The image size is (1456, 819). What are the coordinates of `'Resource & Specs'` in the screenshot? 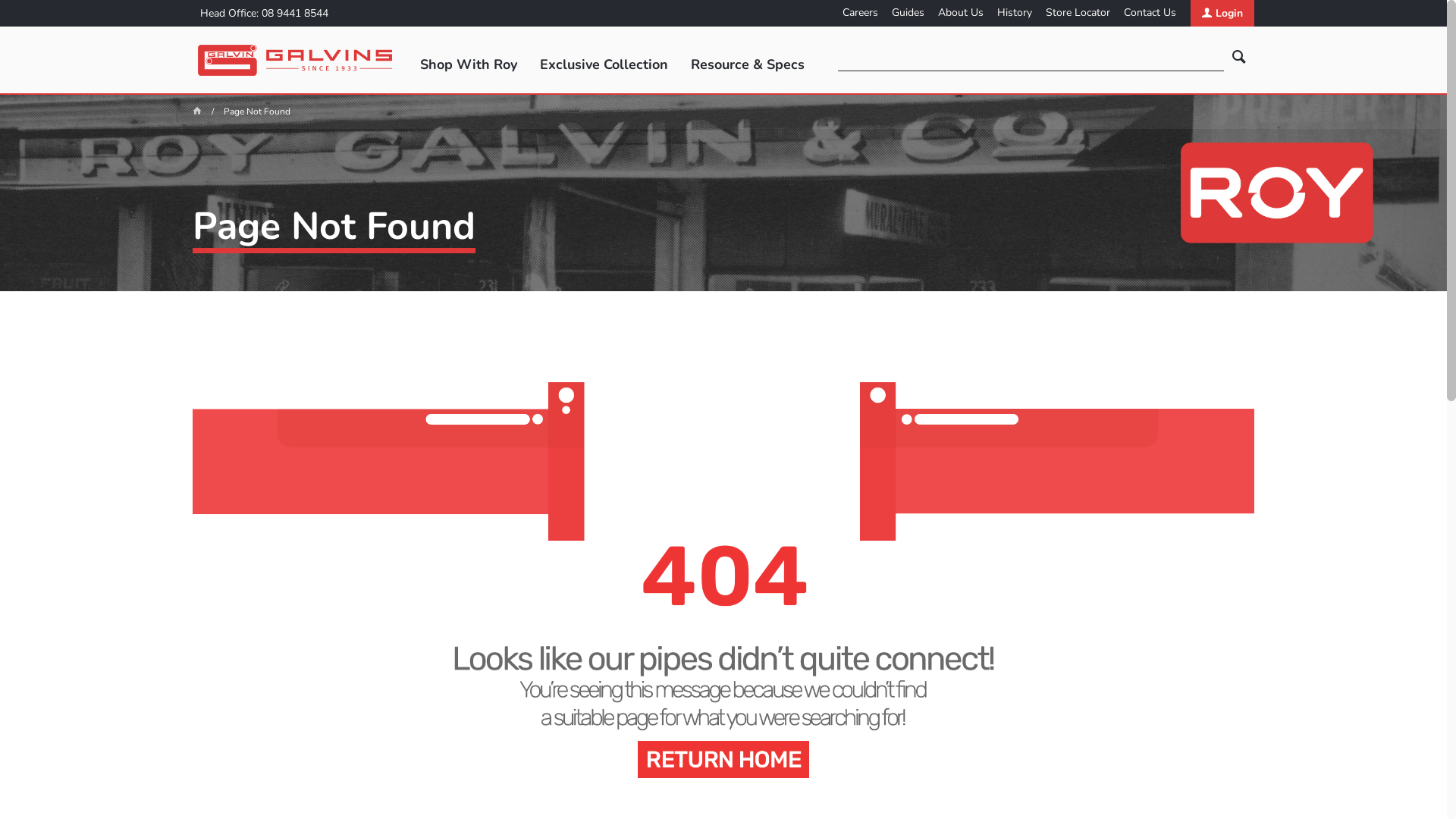 It's located at (679, 64).